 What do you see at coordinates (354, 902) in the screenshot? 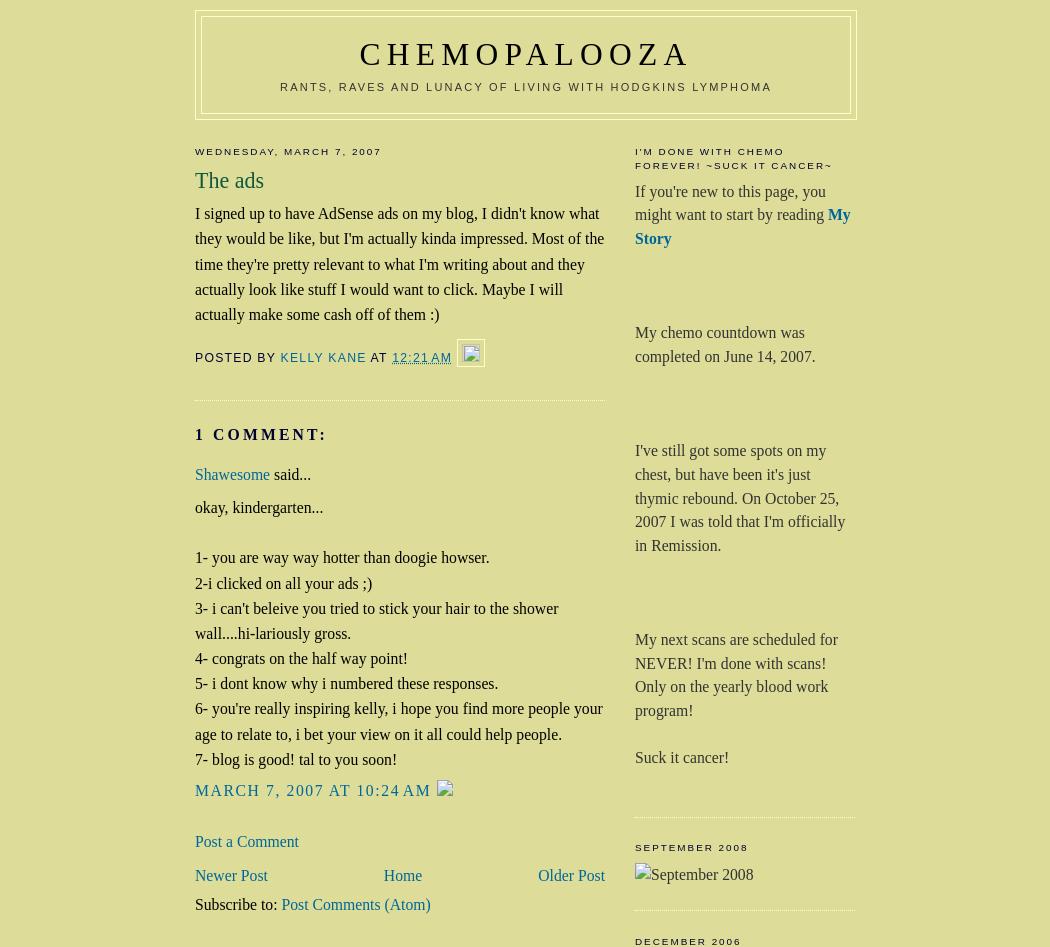
I see `'Post Comments (Atom)'` at bounding box center [354, 902].